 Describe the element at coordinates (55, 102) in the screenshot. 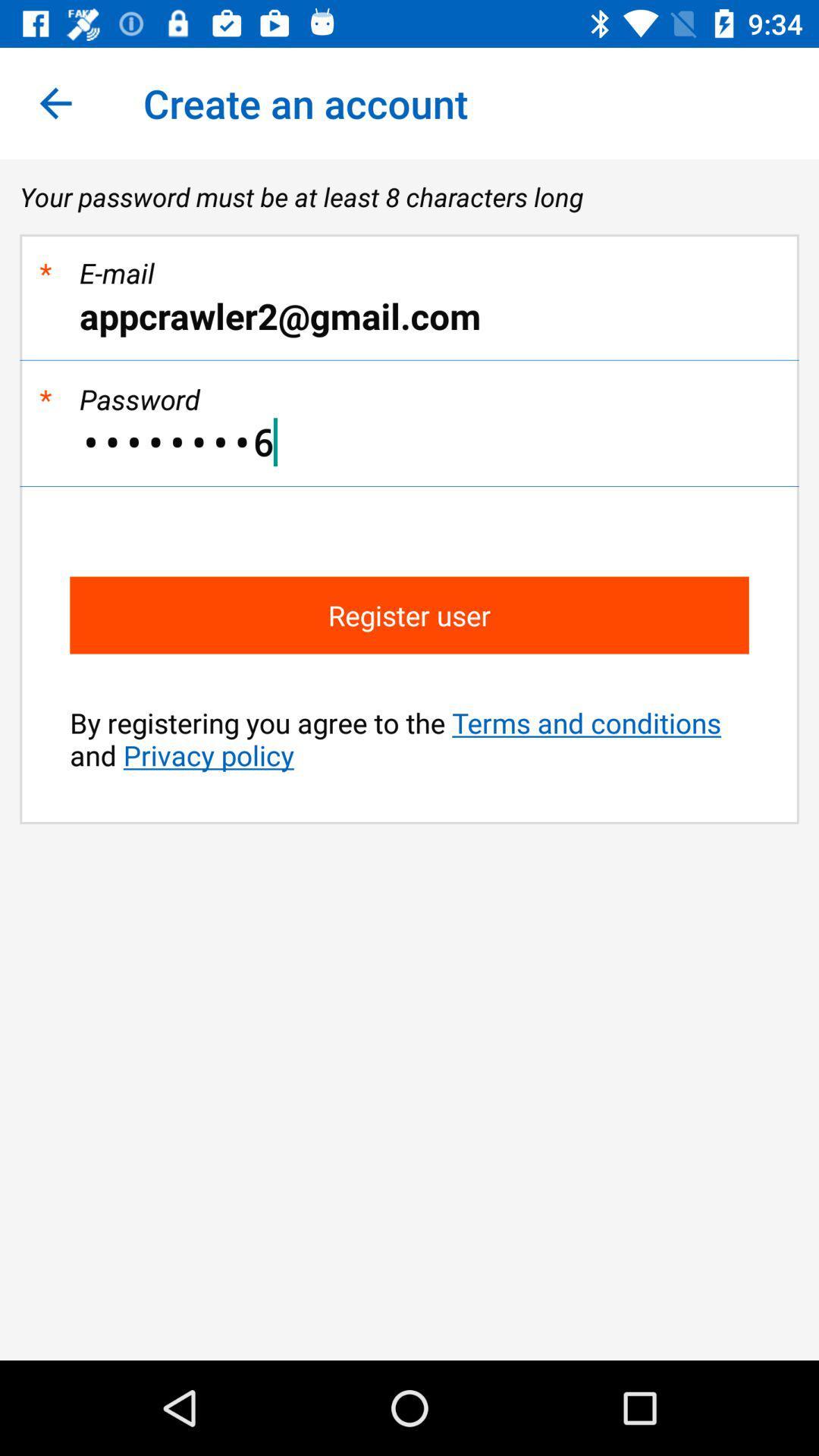

I see `item next to the create an account app` at that location.